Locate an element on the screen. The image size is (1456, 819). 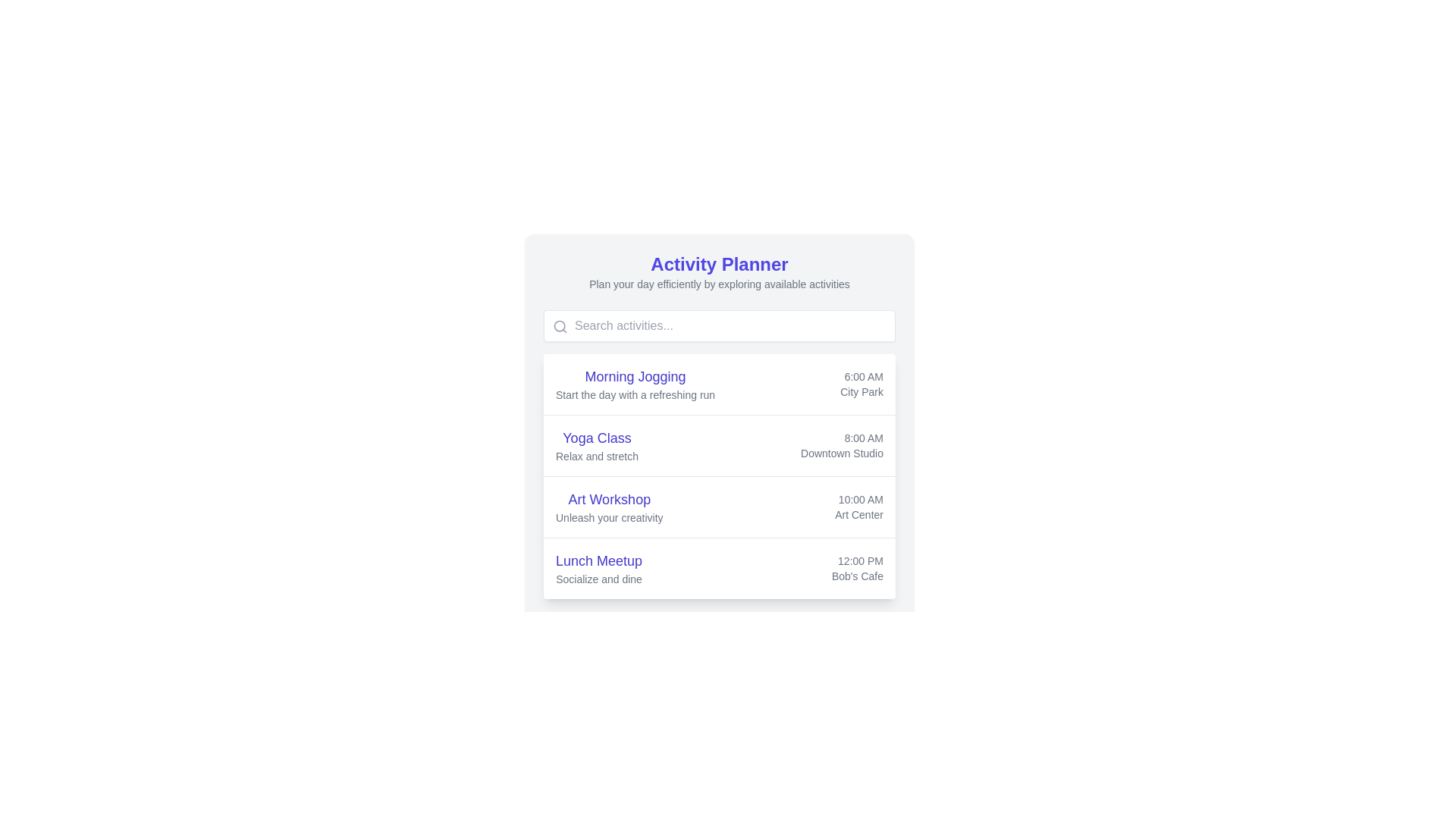
the text display showing '8:00 AM' and 'Downtown Studio' is located at coordinates (841, 444).